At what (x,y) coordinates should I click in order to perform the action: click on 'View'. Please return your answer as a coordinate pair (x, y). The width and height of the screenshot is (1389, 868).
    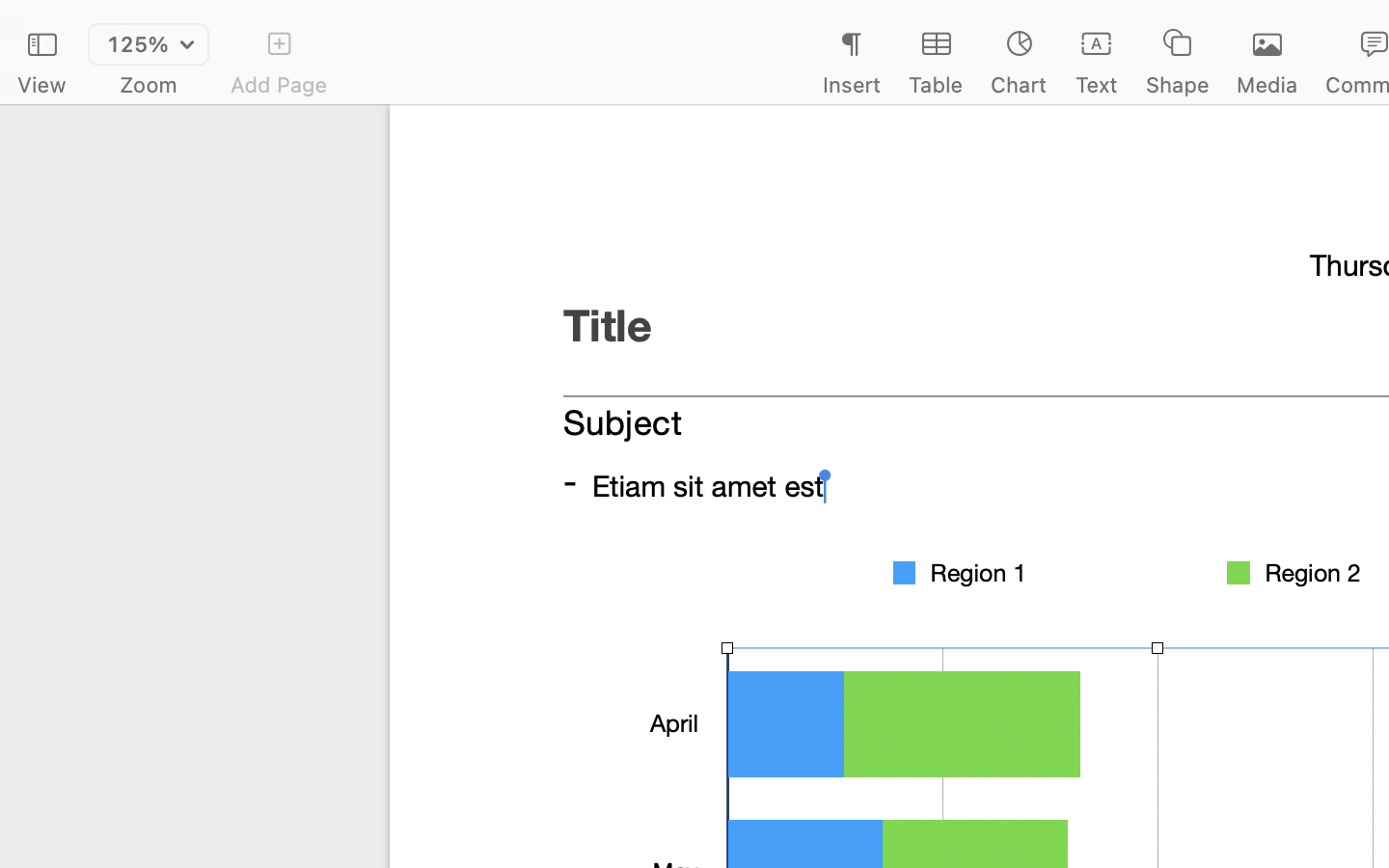
    Looking at the image, I should click on (41, 84).